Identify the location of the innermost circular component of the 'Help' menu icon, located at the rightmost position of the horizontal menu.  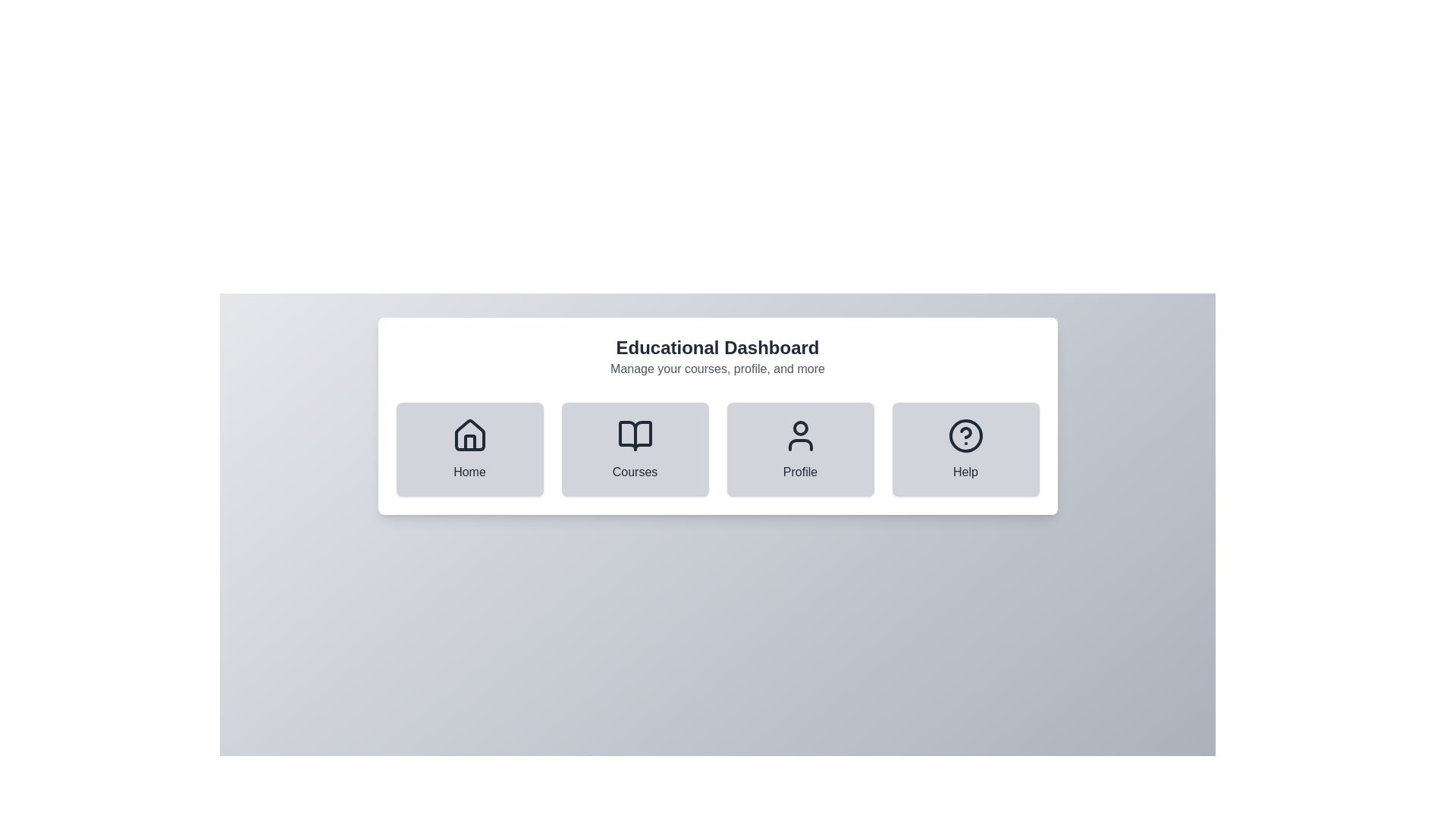
(965, 435).